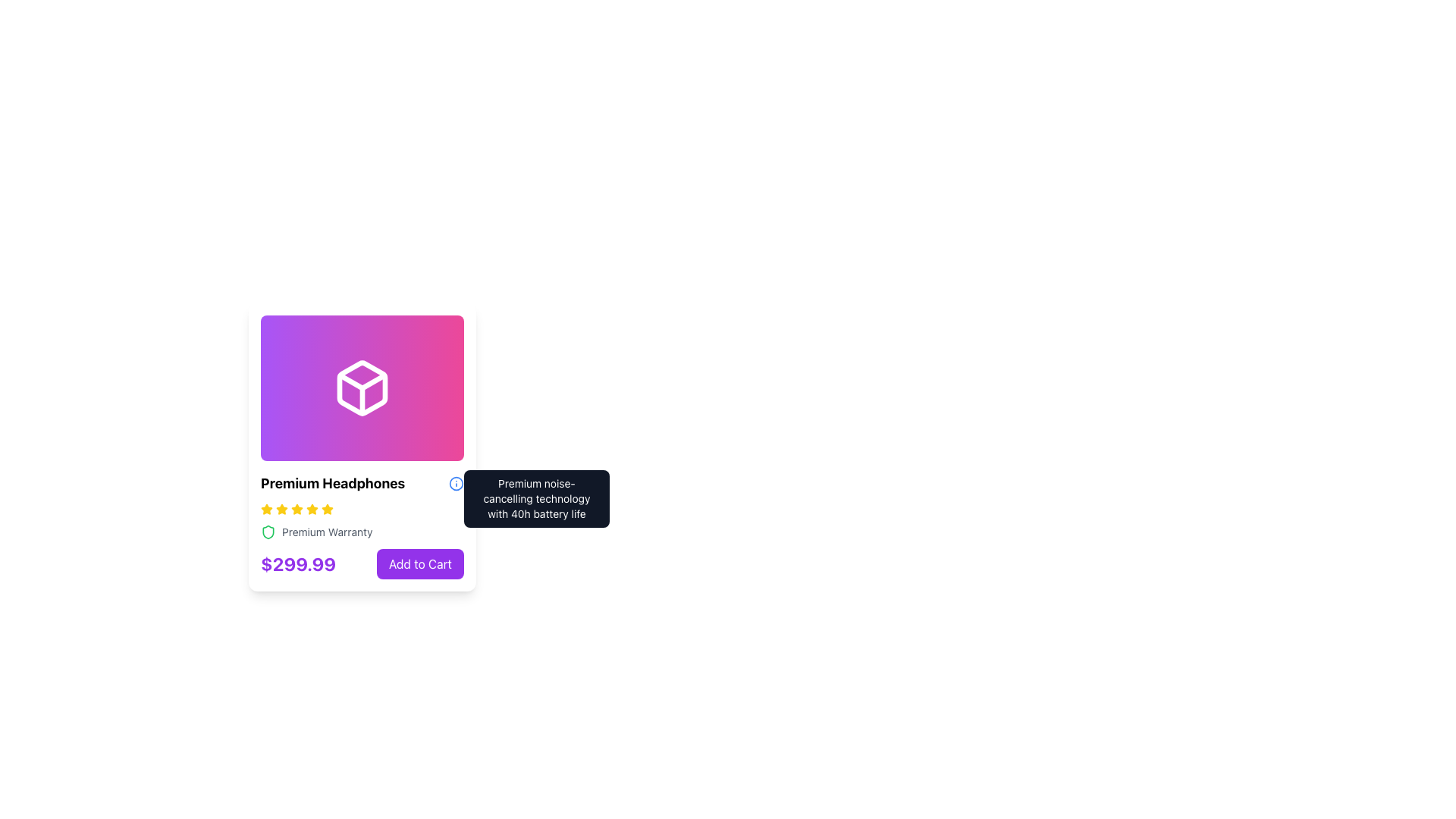 The image size is (1456, 819). What do you see at coordinates (362, 386) in the screenshot?
I see `the decorative icon inside the square region at the top of the 'Premium Headphones' card` at bounding box center [362, 386].